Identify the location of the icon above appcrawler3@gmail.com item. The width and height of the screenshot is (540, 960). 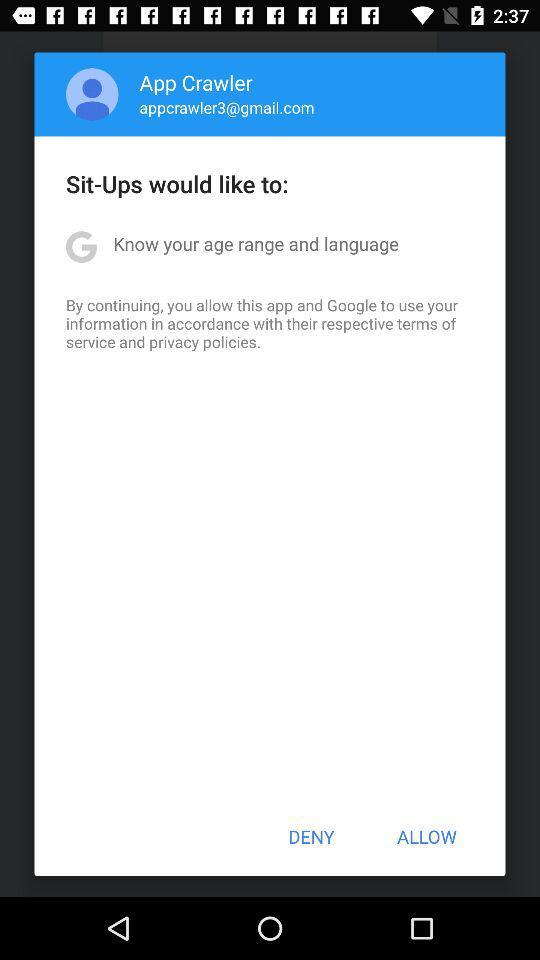
(196, 82).